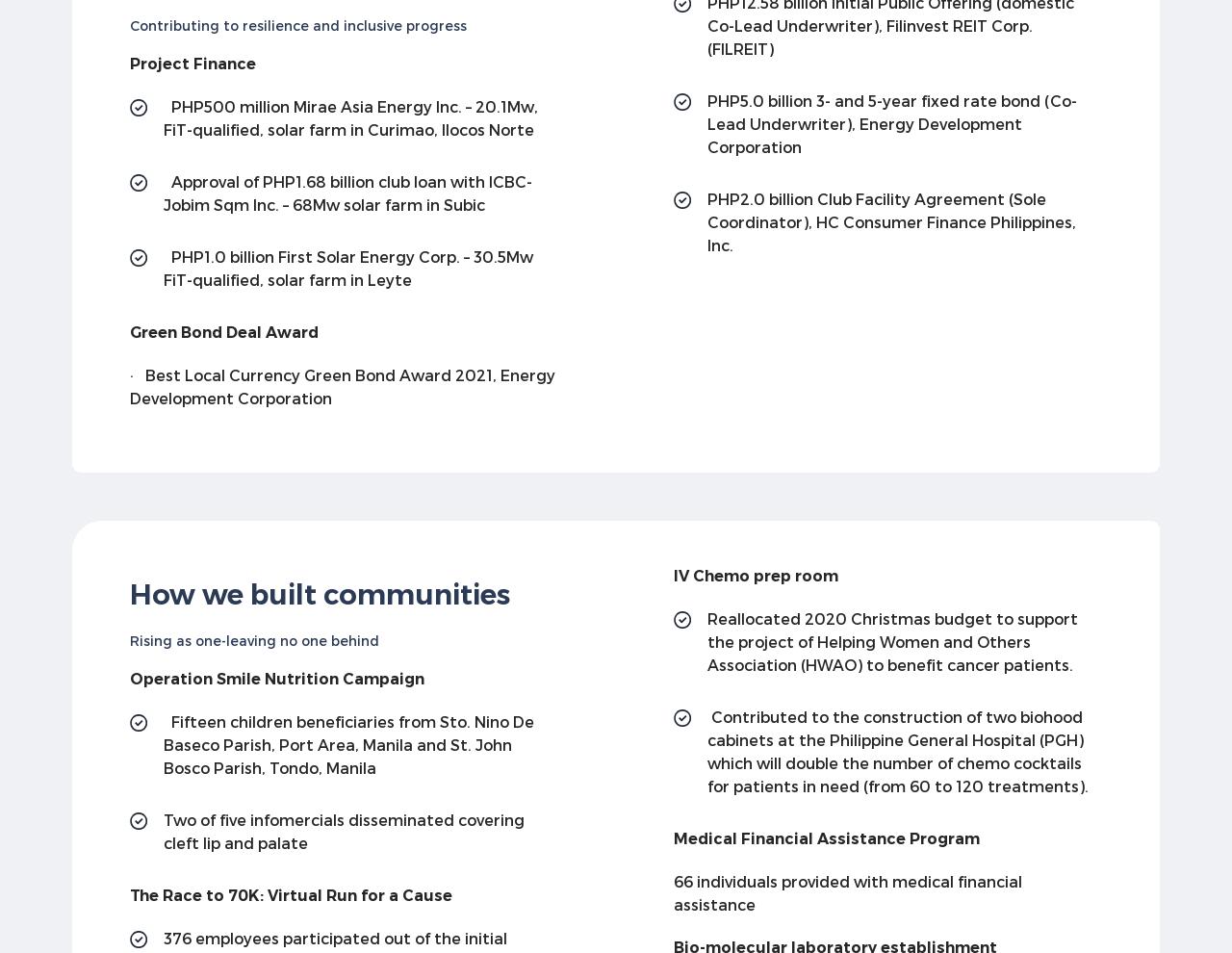  Describe the element at coordinates (347, 267) in the screenshot. I see `'PHP1.0 billion First Solar Energy Corp. – 30.5Mw FiT-qualified, solar farm in Leyte'` at that location.